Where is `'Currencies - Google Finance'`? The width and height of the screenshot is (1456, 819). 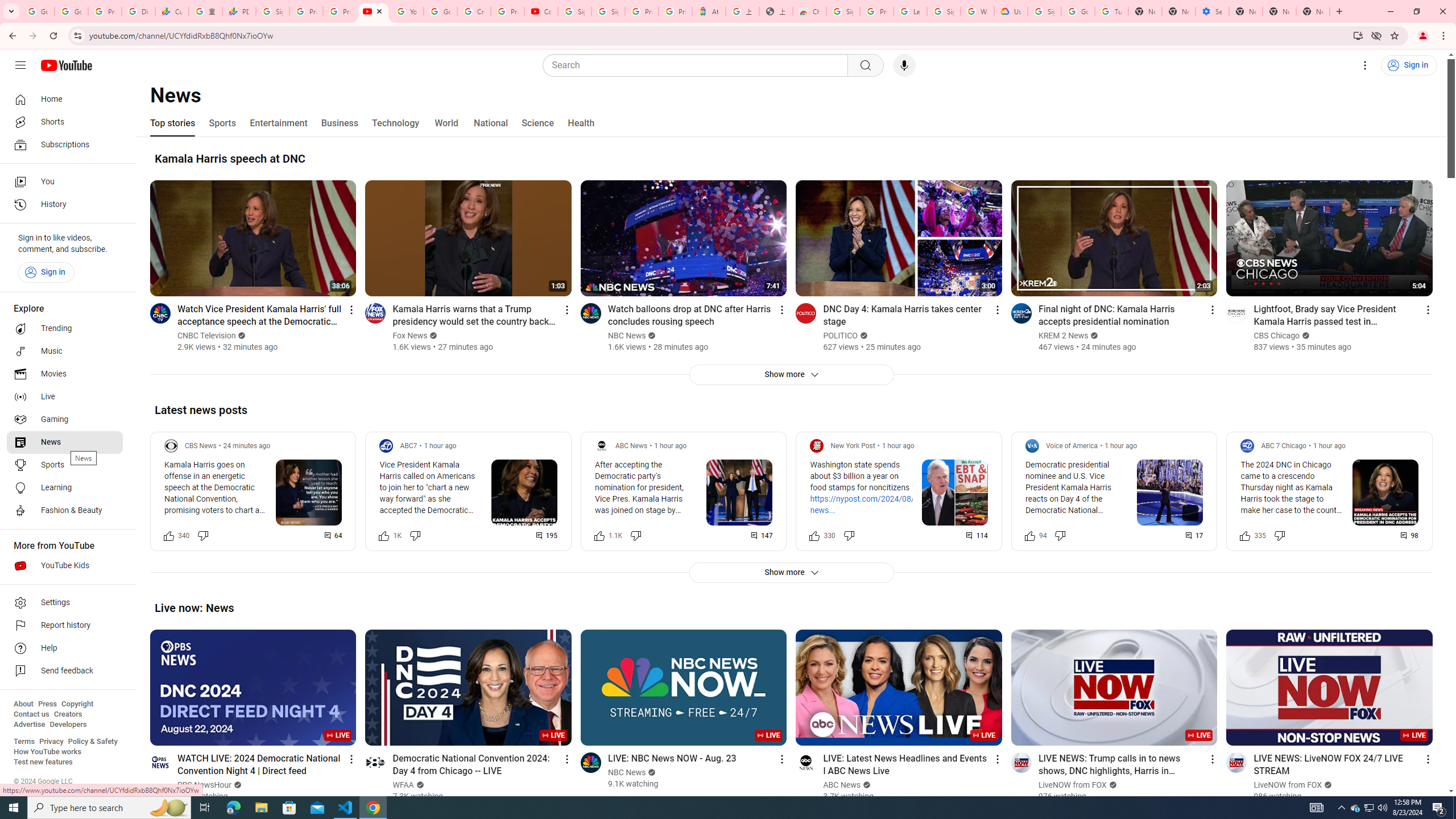 'Currencies - Google Finance' is located at coordinates (171, 11).